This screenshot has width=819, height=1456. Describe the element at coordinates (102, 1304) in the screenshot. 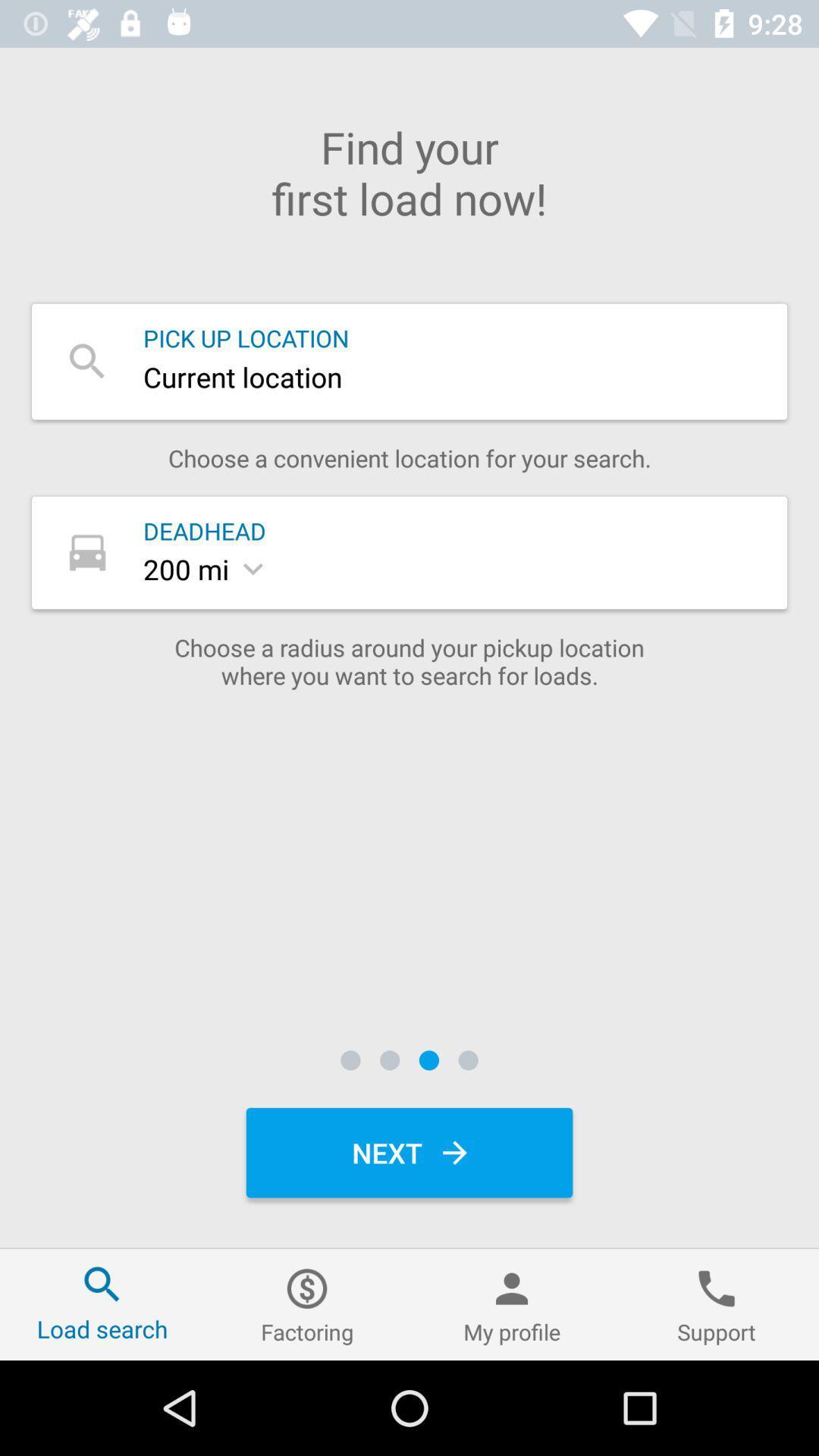

I see `item next to factoring icon` at that location.